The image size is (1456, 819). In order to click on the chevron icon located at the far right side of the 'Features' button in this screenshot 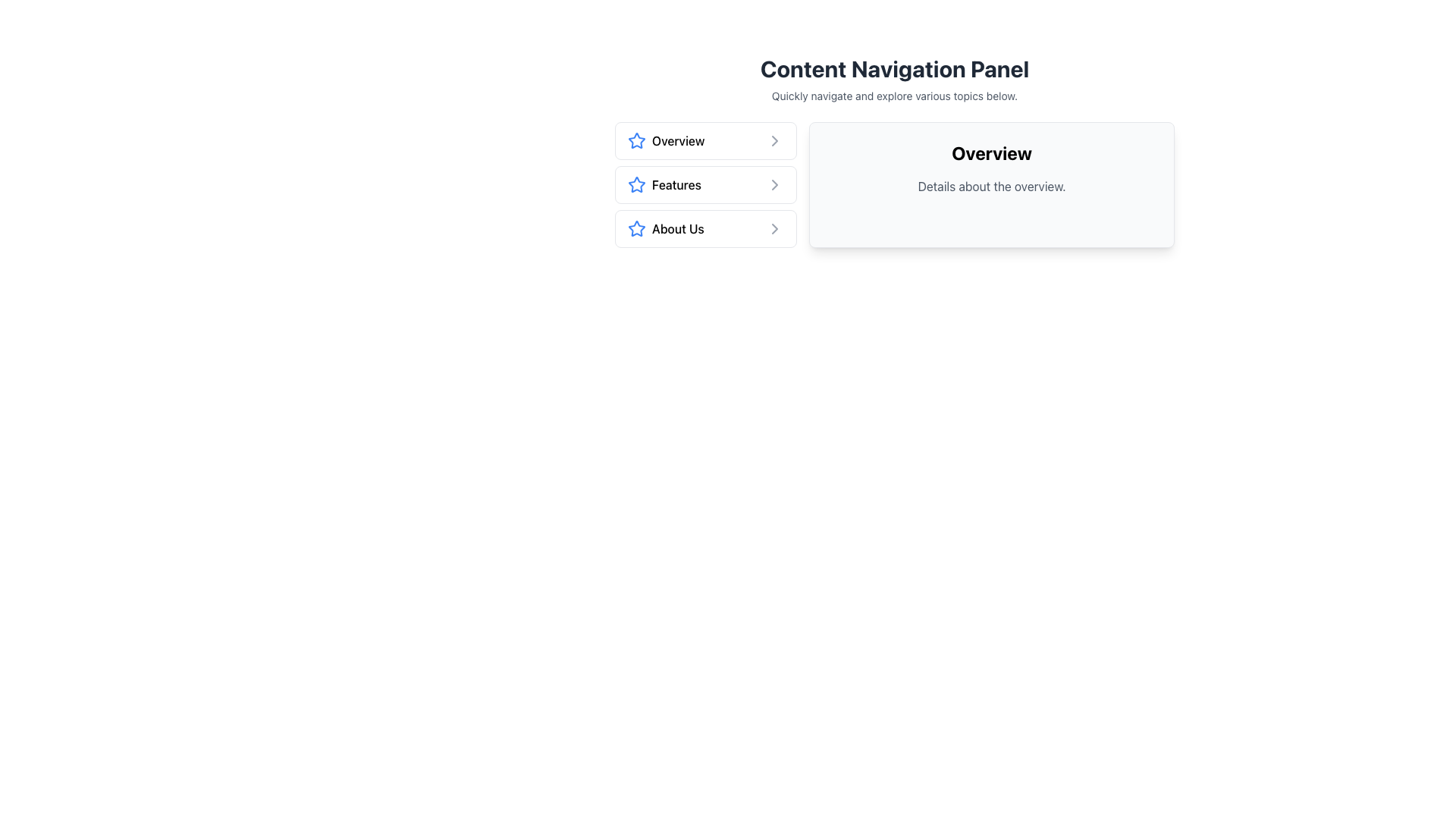, I will do `click(775, 184)`.